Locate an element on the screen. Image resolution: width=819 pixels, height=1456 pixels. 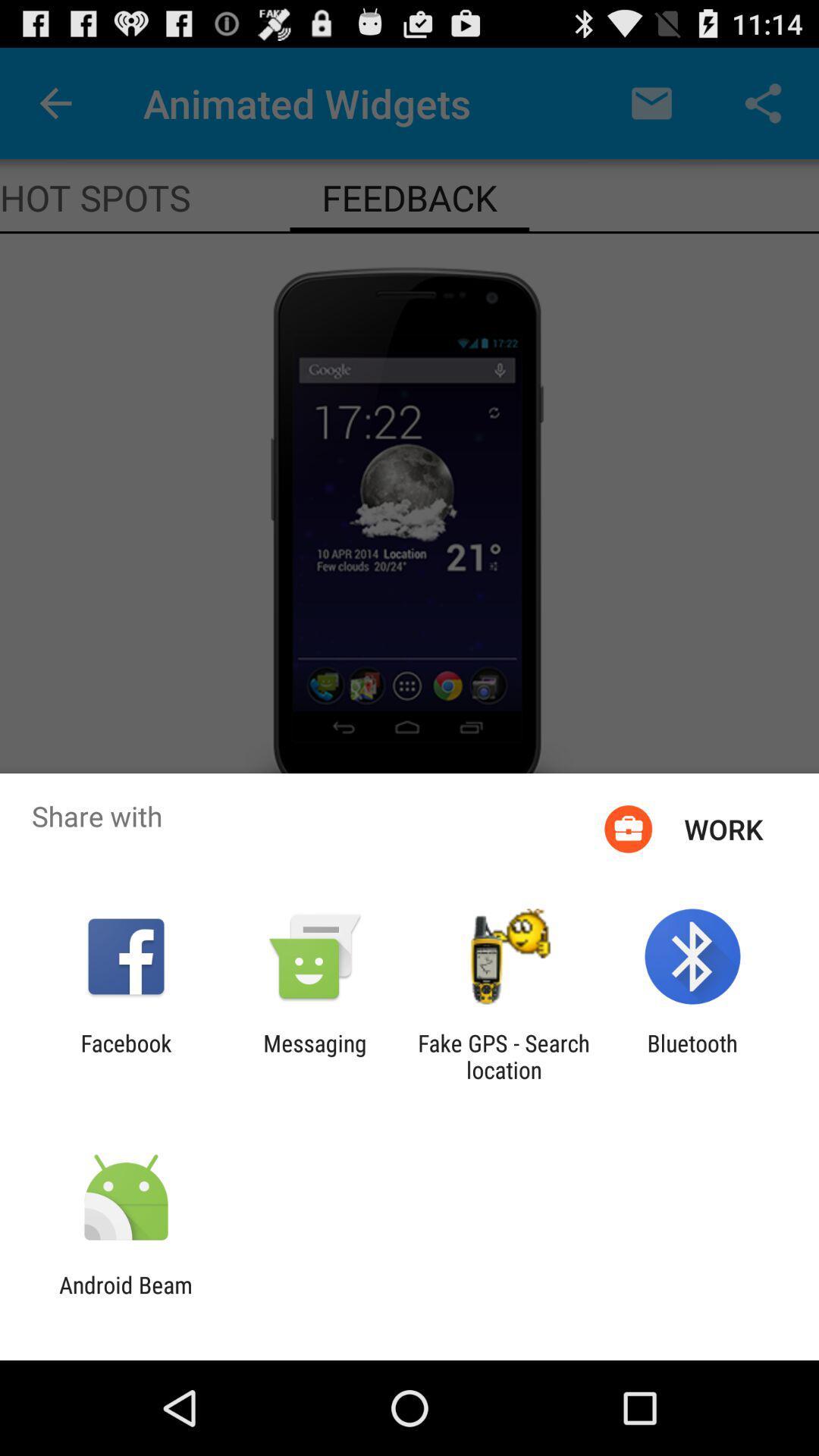
item to the left of bluetooth icon is located at coordinates (504, 1056).